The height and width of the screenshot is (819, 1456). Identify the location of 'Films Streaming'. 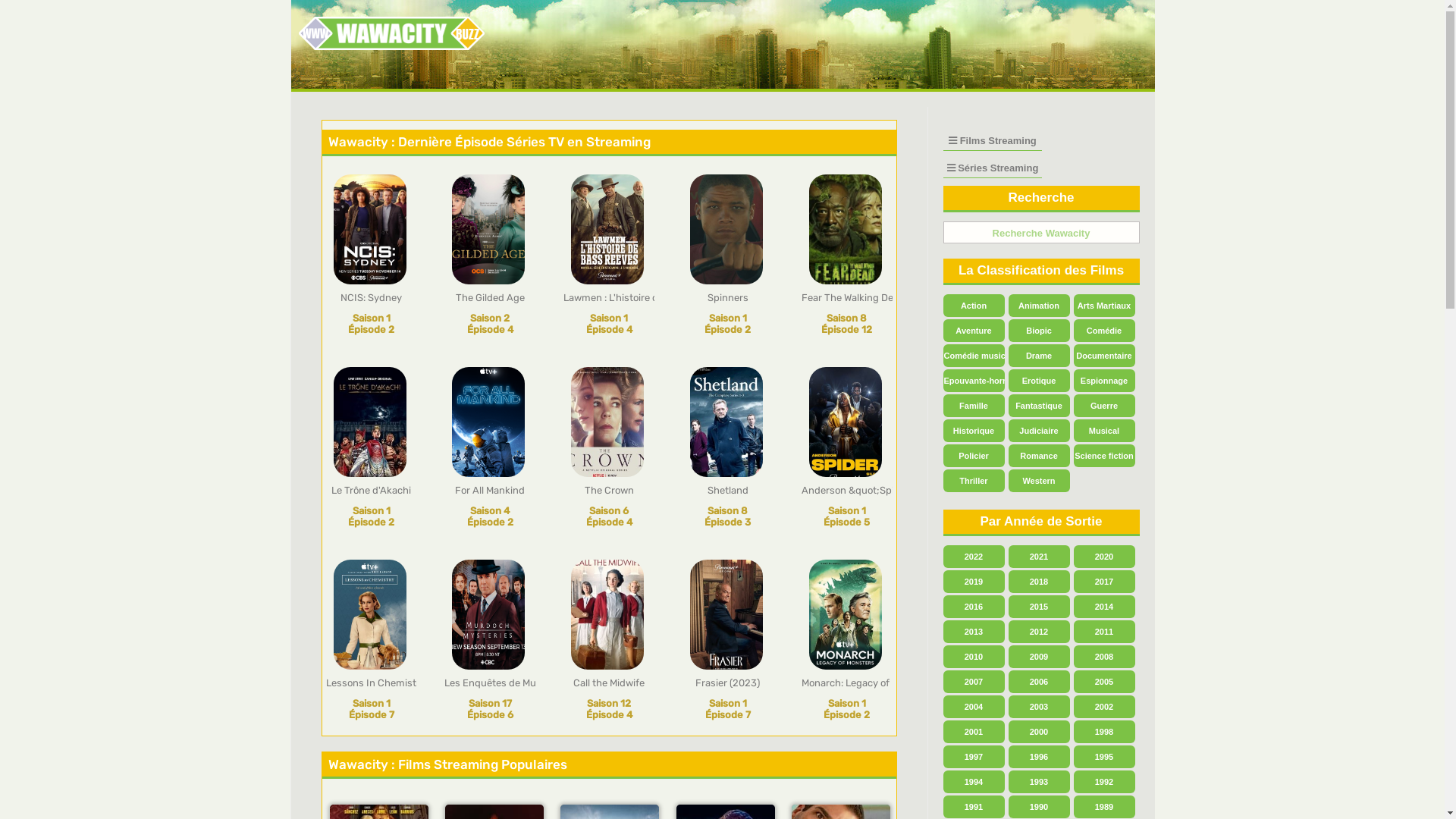
(993, 140).